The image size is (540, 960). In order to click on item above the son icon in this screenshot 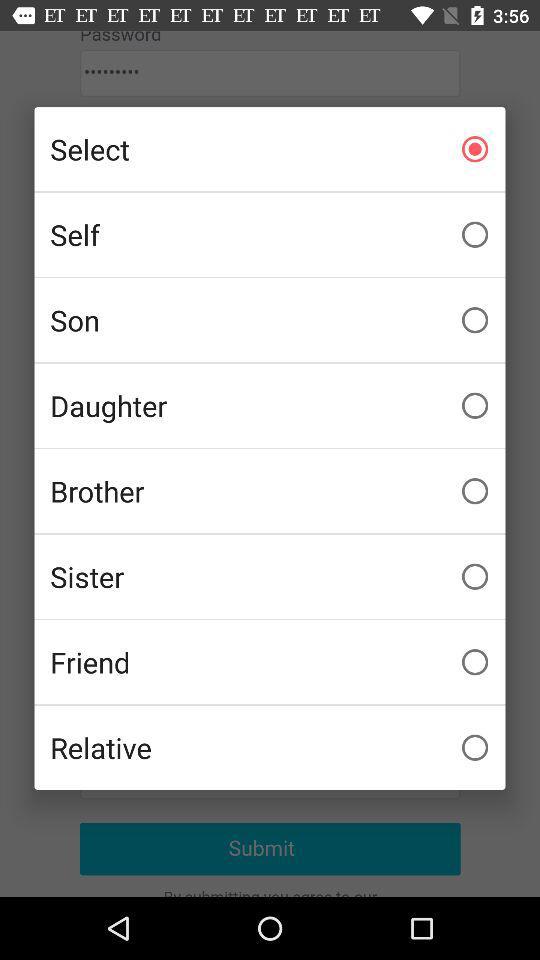, I will do `click(270, 234)`.